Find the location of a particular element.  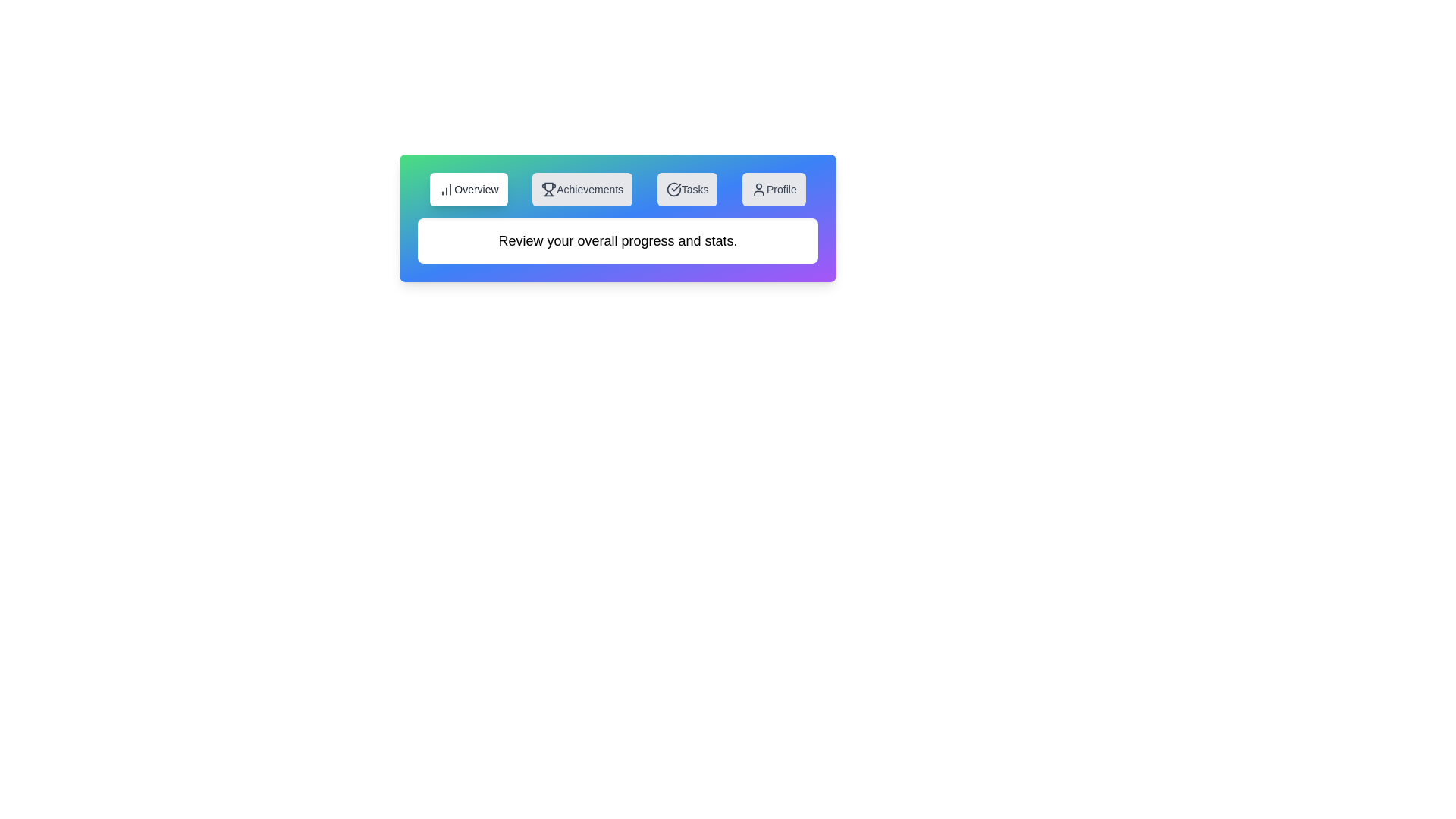

the tab labeled Overview to switch to that tab is located at coordinates (468, 189).